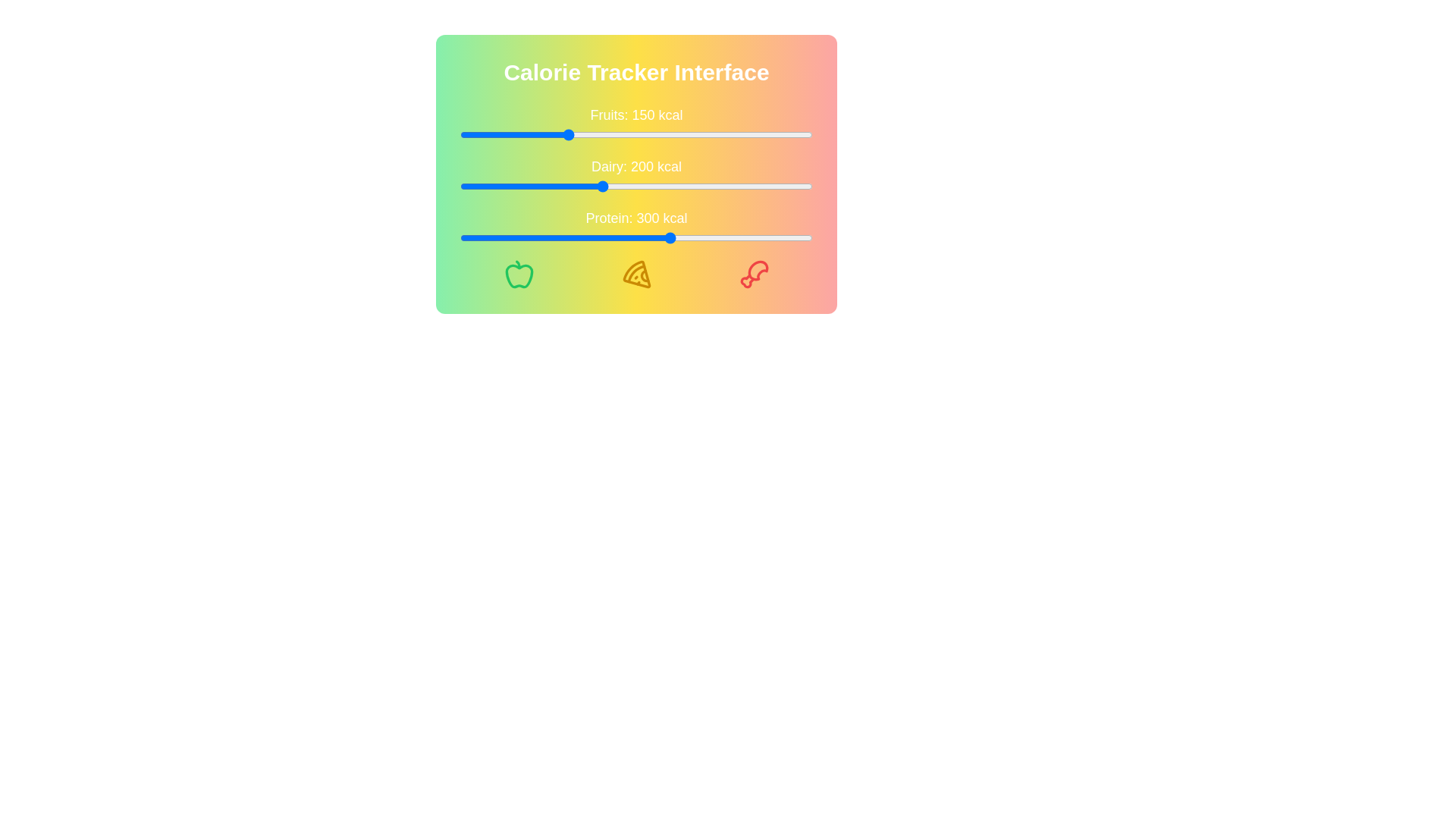 The image size is (1456, 819). What do you see at coordinates (501, 186) in the screenshot?
I see `the Dairy calorie slider to 59 kcal` at bounding box center [501, 186].